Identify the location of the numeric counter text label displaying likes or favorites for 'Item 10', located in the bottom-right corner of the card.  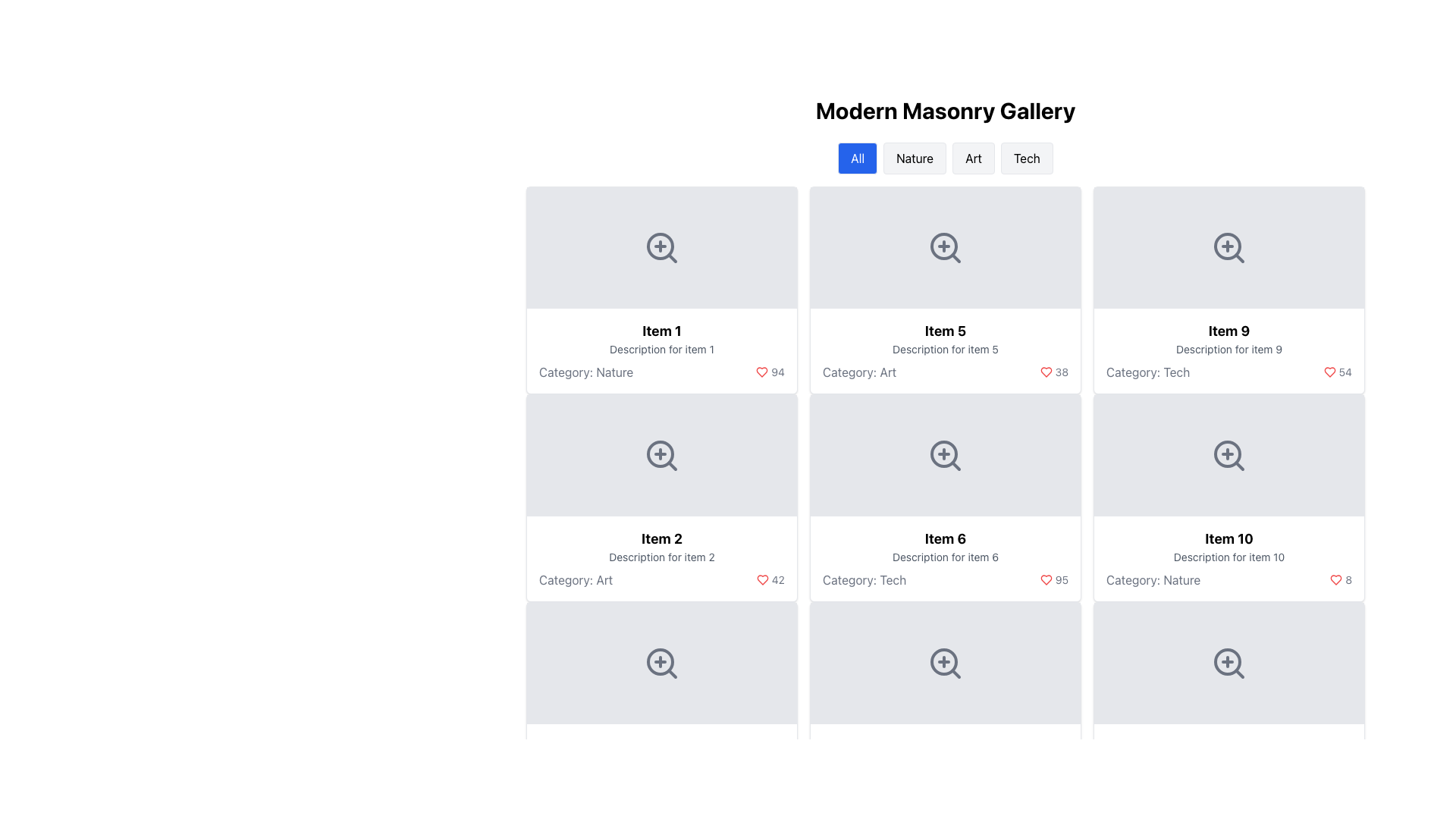
(1348, 579).